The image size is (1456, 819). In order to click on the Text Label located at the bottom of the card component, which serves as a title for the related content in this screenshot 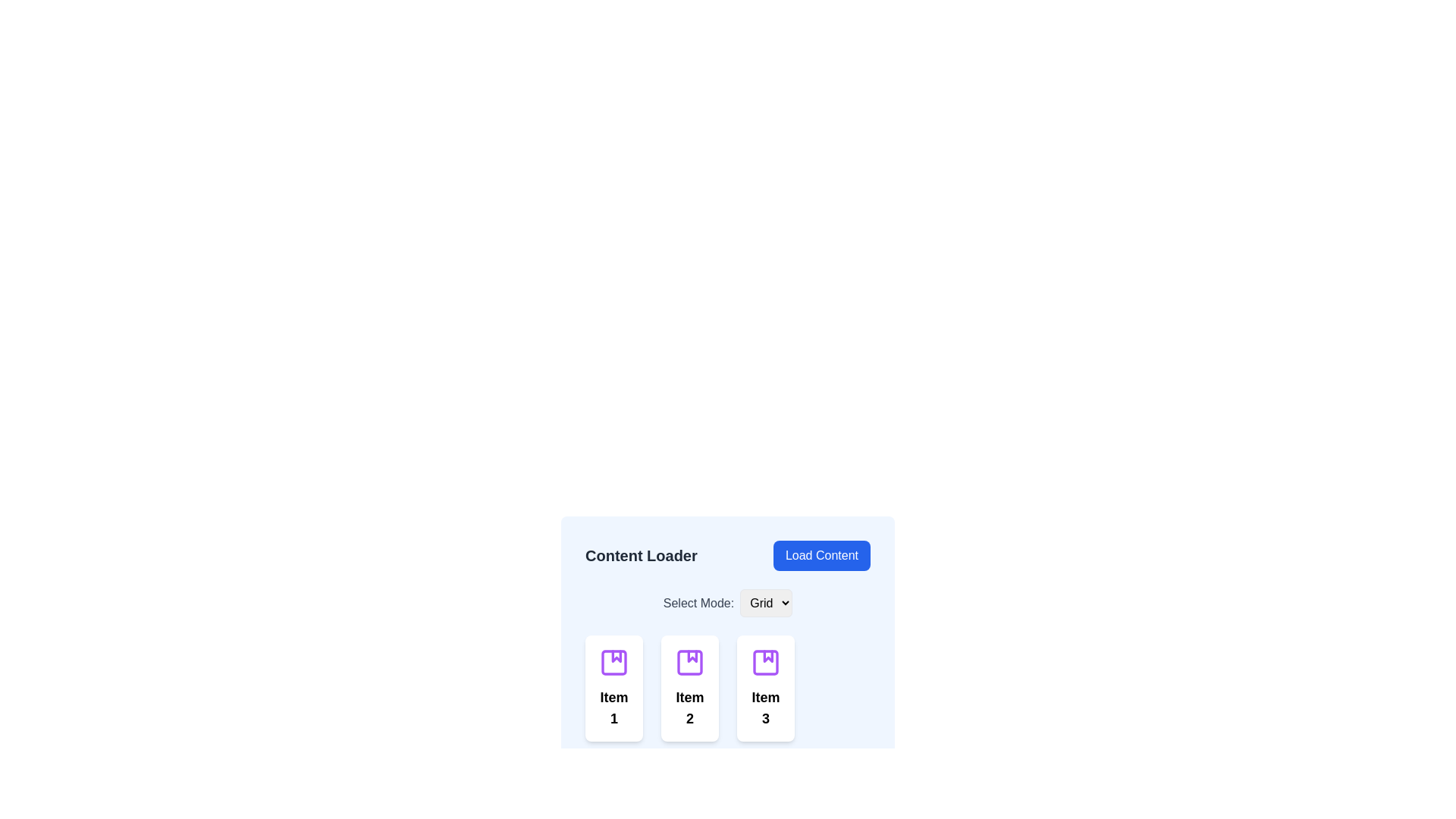, I will do `click(614, 708)`.